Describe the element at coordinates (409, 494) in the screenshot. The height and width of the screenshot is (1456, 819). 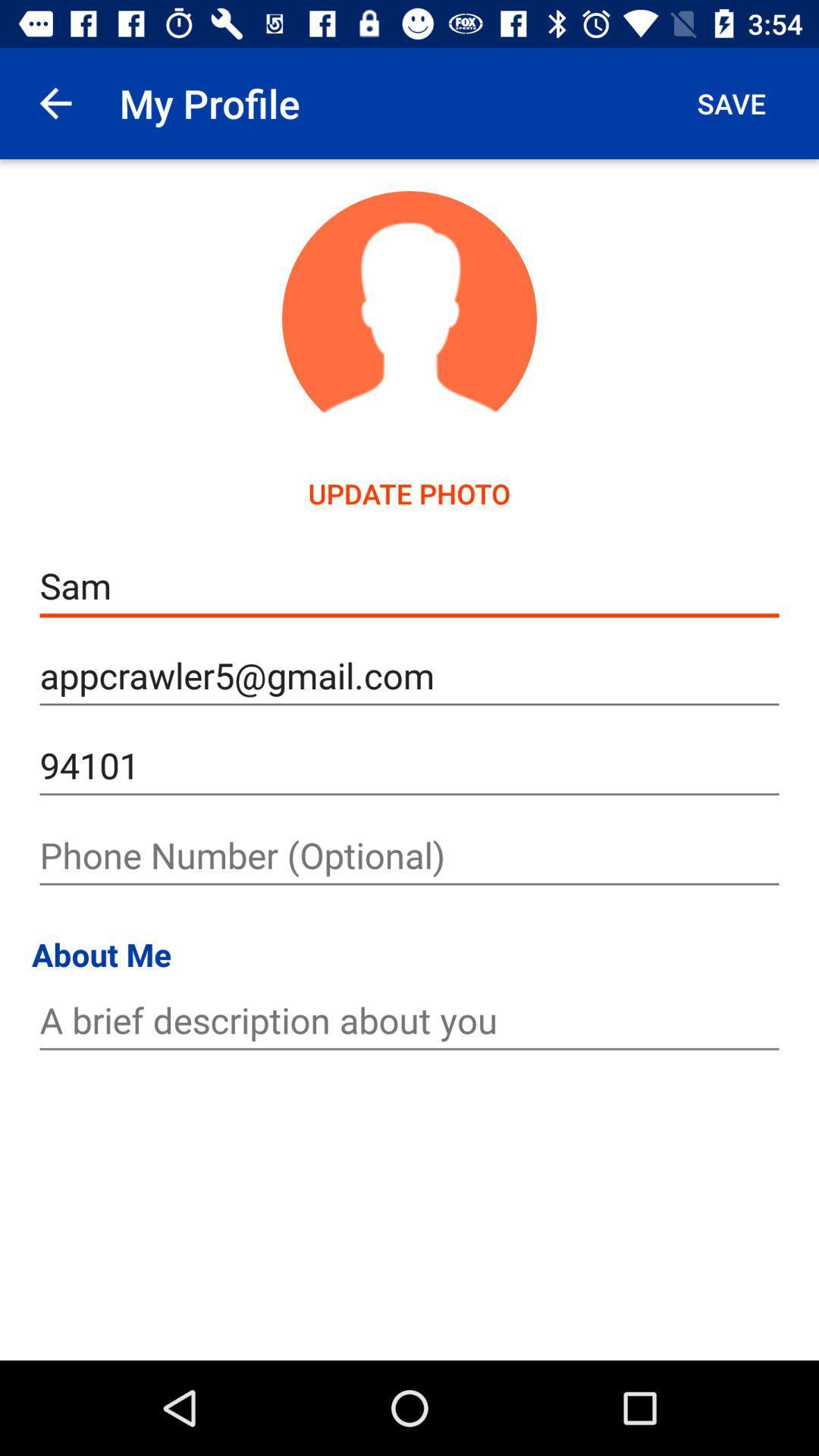
I see `the update photo` at that location.